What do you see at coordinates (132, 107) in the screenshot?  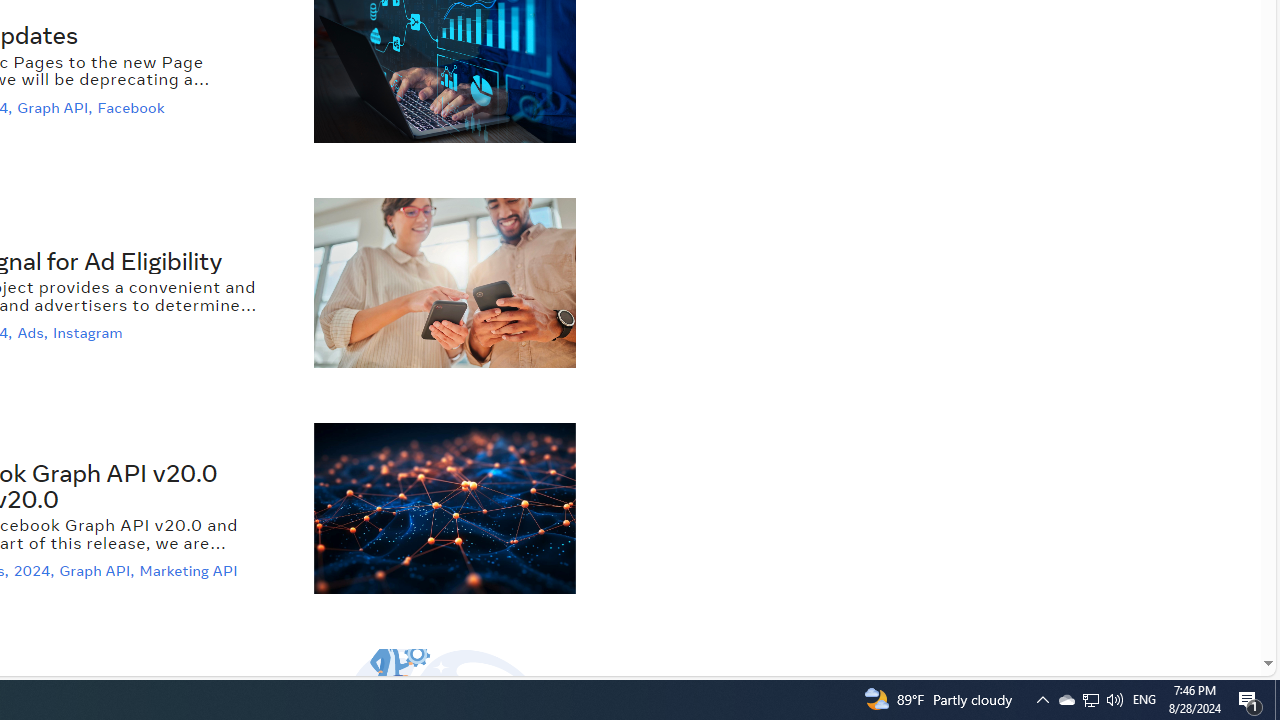 I see `'Facebook'` at bounding box center [132, 107].